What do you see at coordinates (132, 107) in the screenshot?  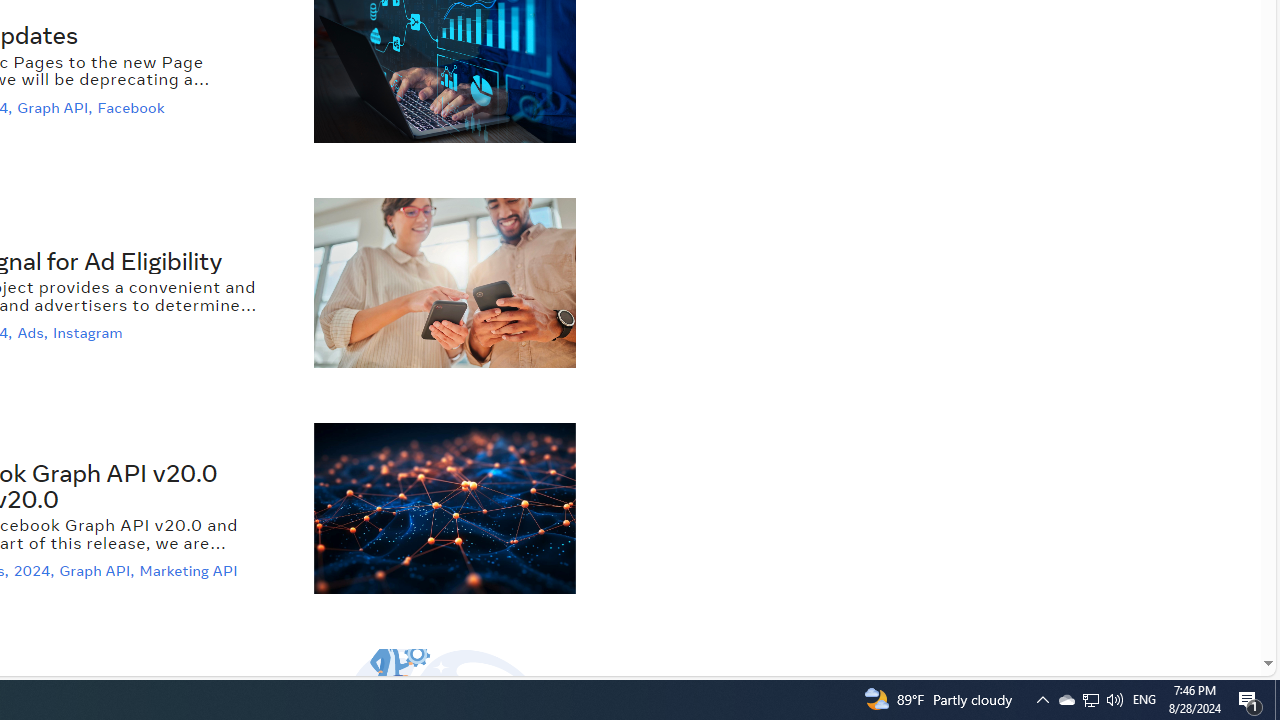 I see `'Facebook'` at bounding box center [132, 107].